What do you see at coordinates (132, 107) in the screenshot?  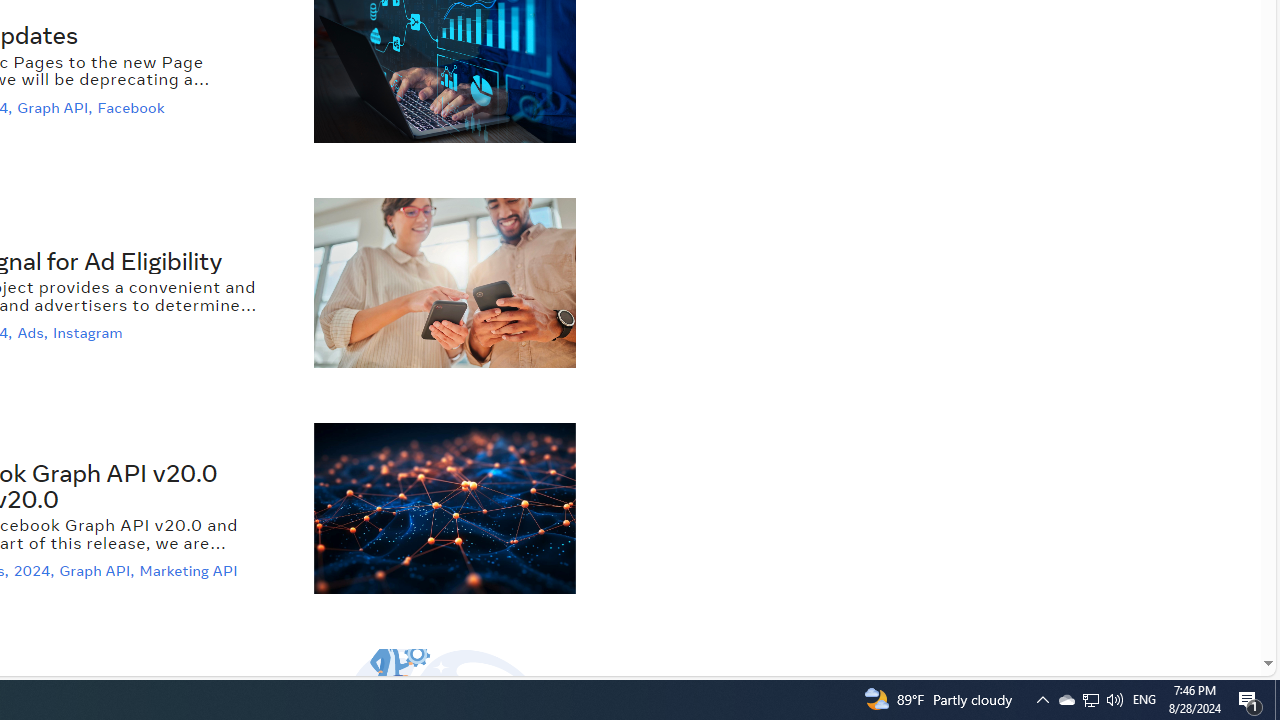 I see `'Facebook'` at bounding box center [132, 107].